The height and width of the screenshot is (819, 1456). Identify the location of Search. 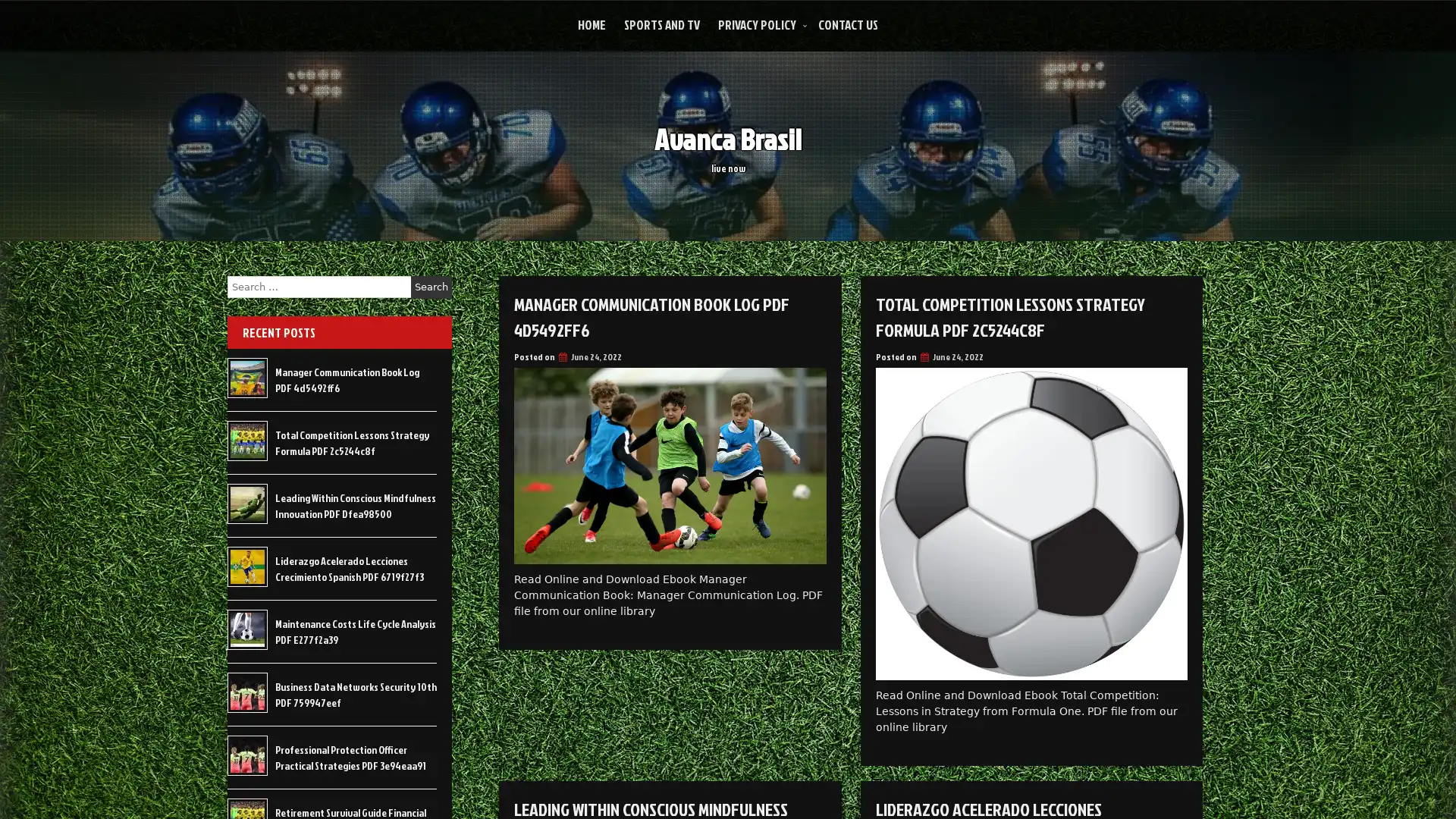
(431, 287).